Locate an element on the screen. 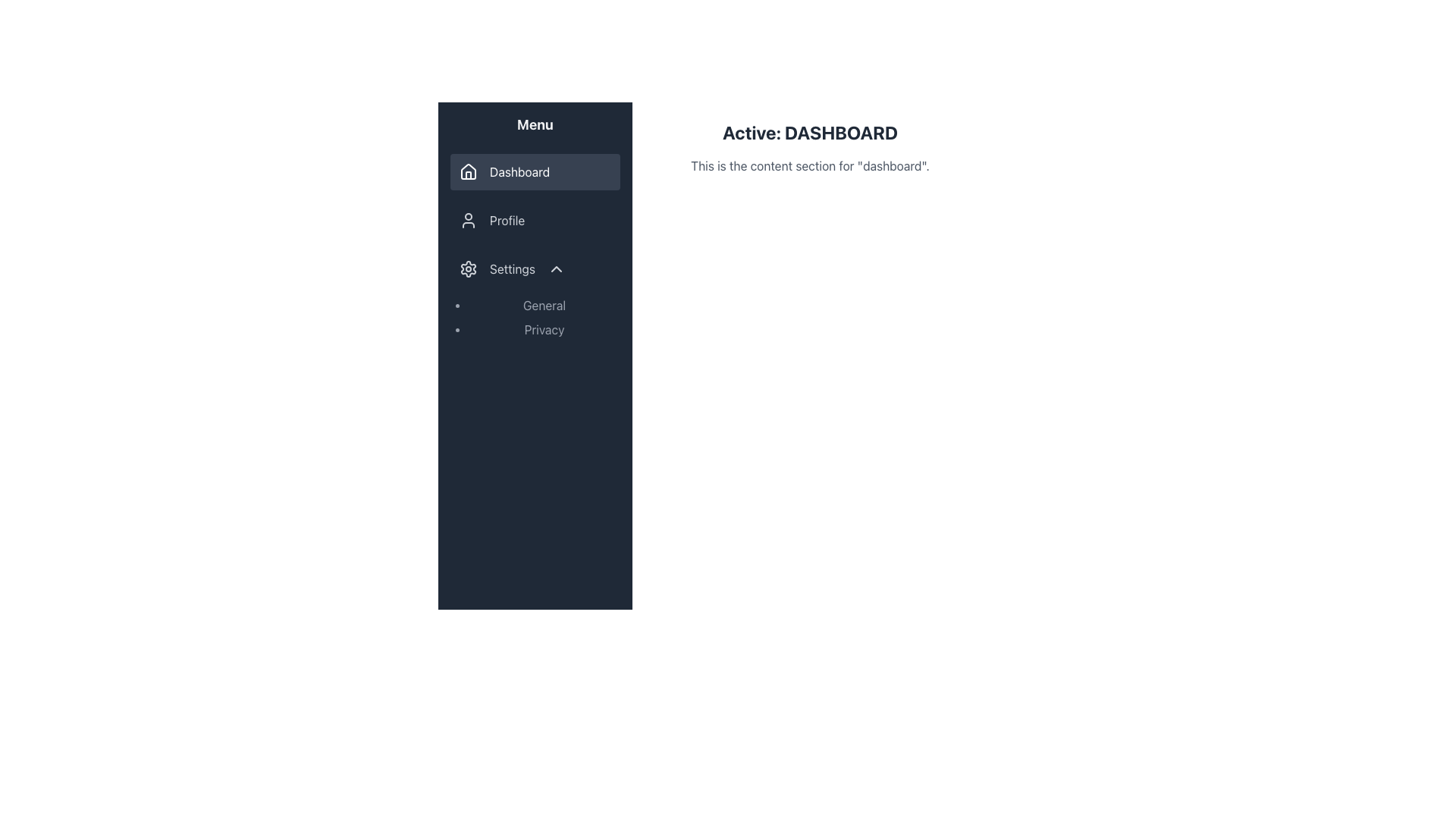 Image resolution: width=1456 pixels, height=819 pixels. the 'Privacy' text item, which is styled with a gray font color on a dark blue background and is the second item under the 'Settings' section in the sidebar is located at coordinates (544, 329).